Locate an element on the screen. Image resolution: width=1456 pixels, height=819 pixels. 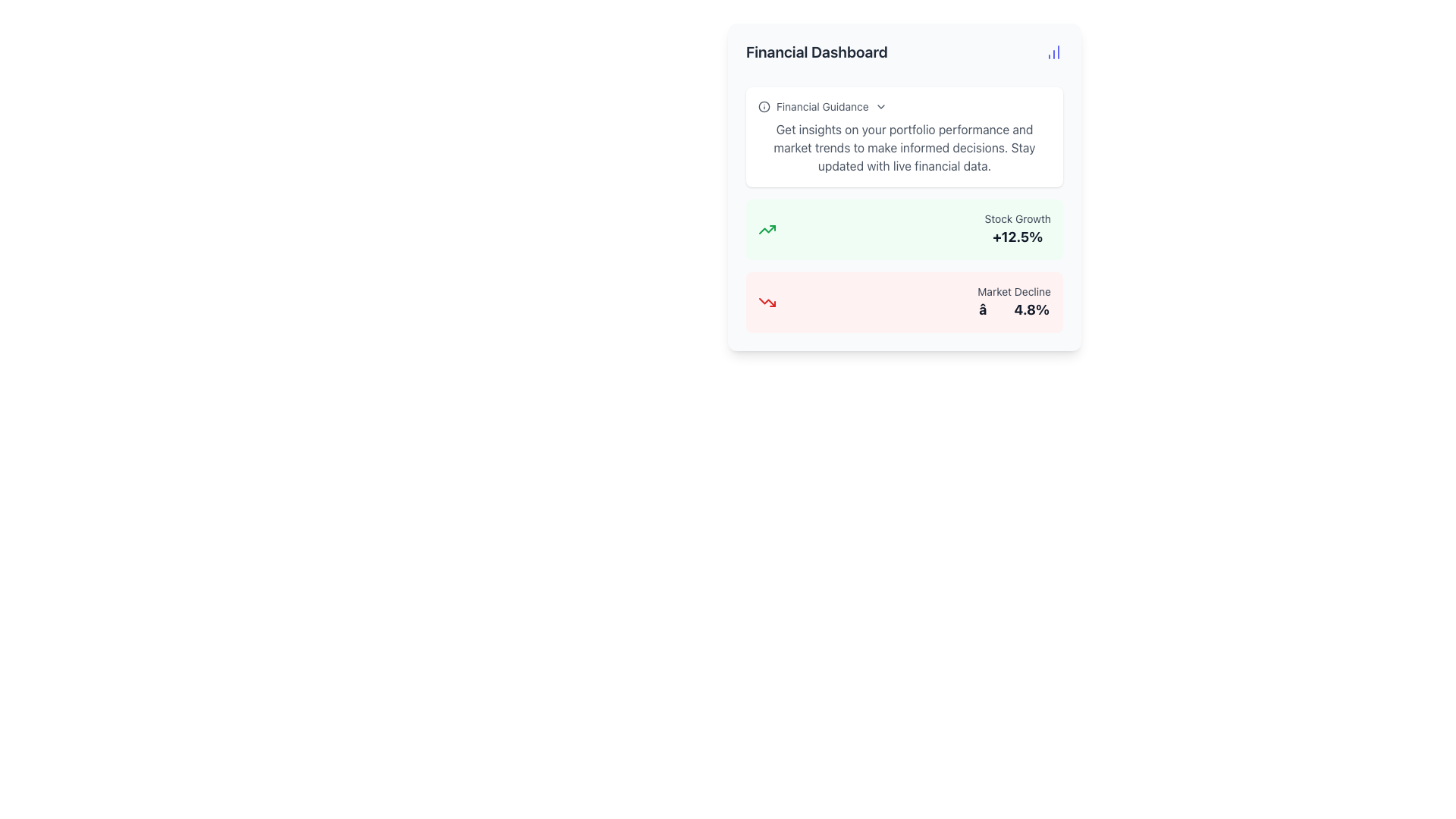
the Text Display that shows 'Stock Growth' and '+12.5%' within a green background, located in the upper section of the card, to the right of the green up-arrow icon is located at coordinates (1018, 230).